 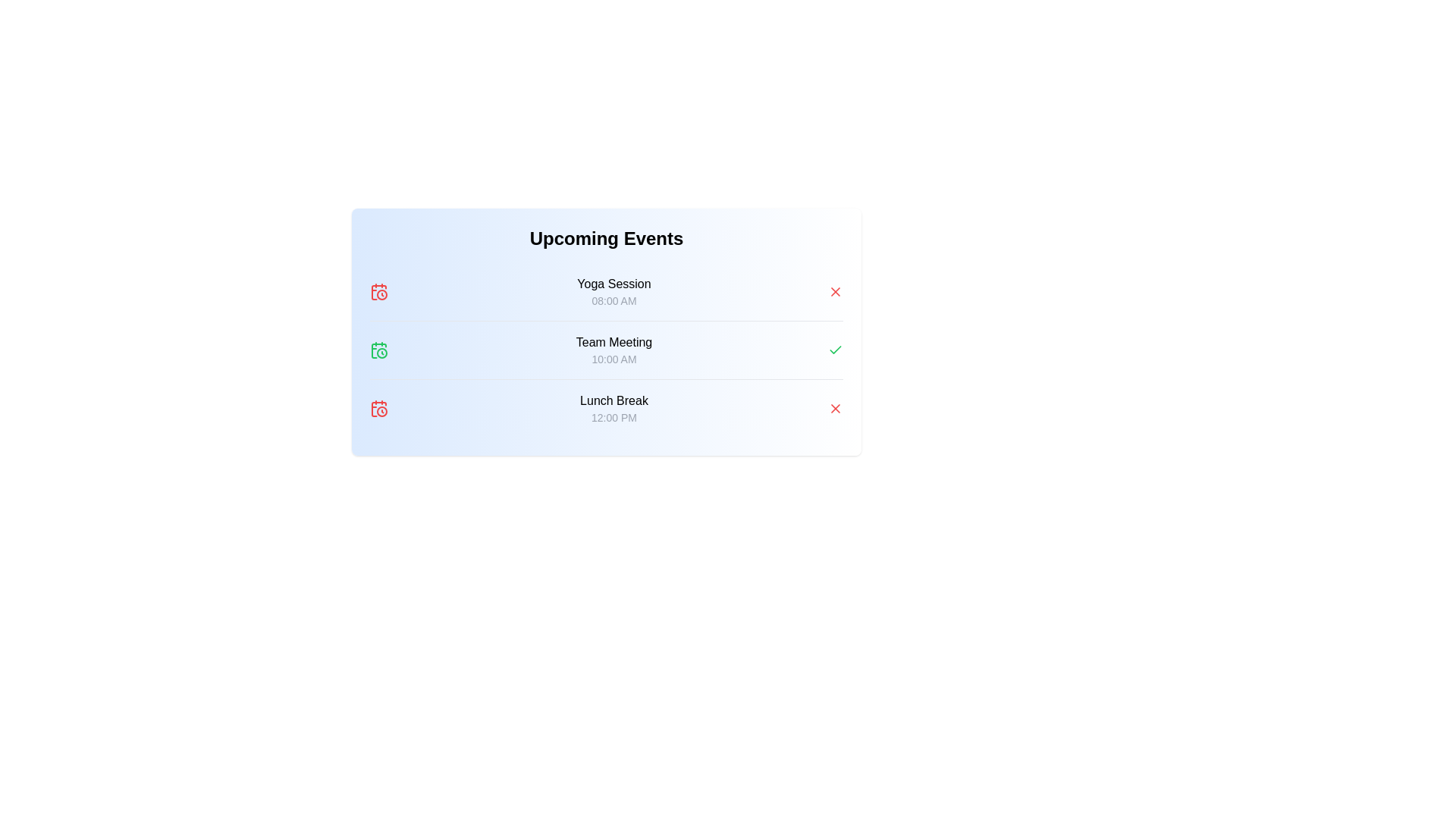 What do you see at coordinates (614, 301) in the screenshot?
I see `the text label displaying '08:00 AM'` at bounding box center [614, 301].